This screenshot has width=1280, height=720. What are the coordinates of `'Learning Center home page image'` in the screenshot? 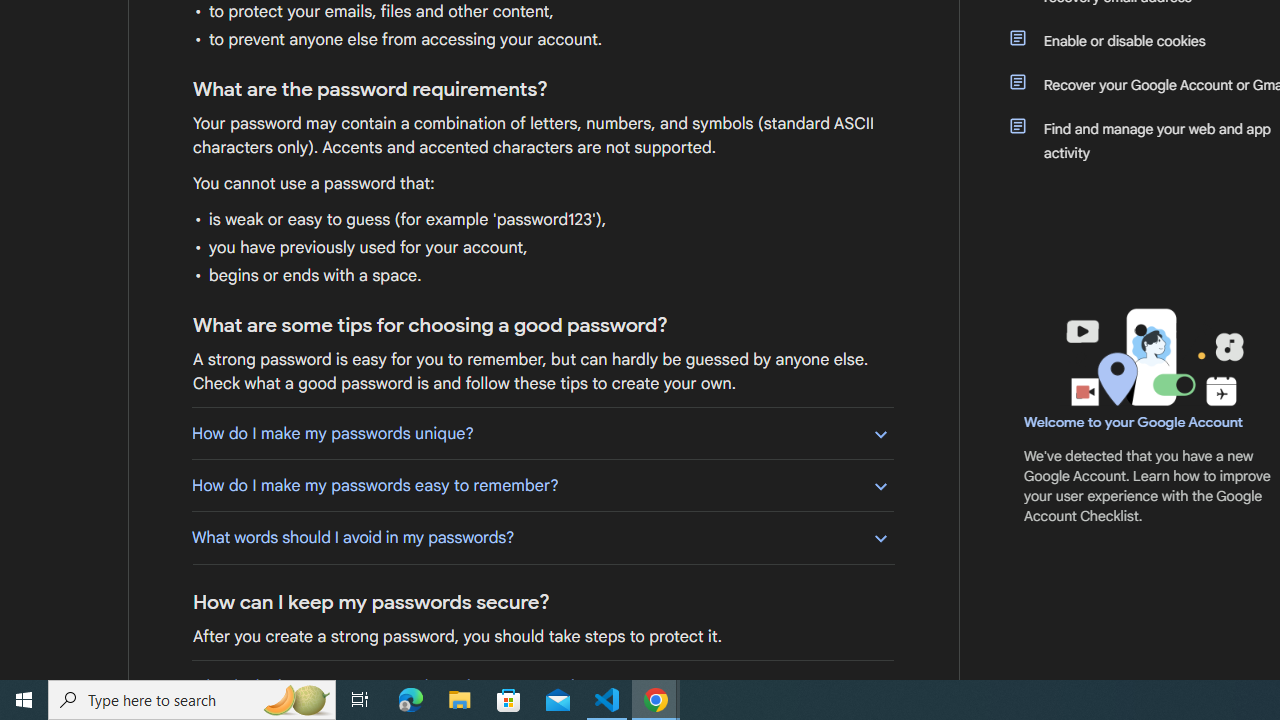 It's located at (1152, 356).